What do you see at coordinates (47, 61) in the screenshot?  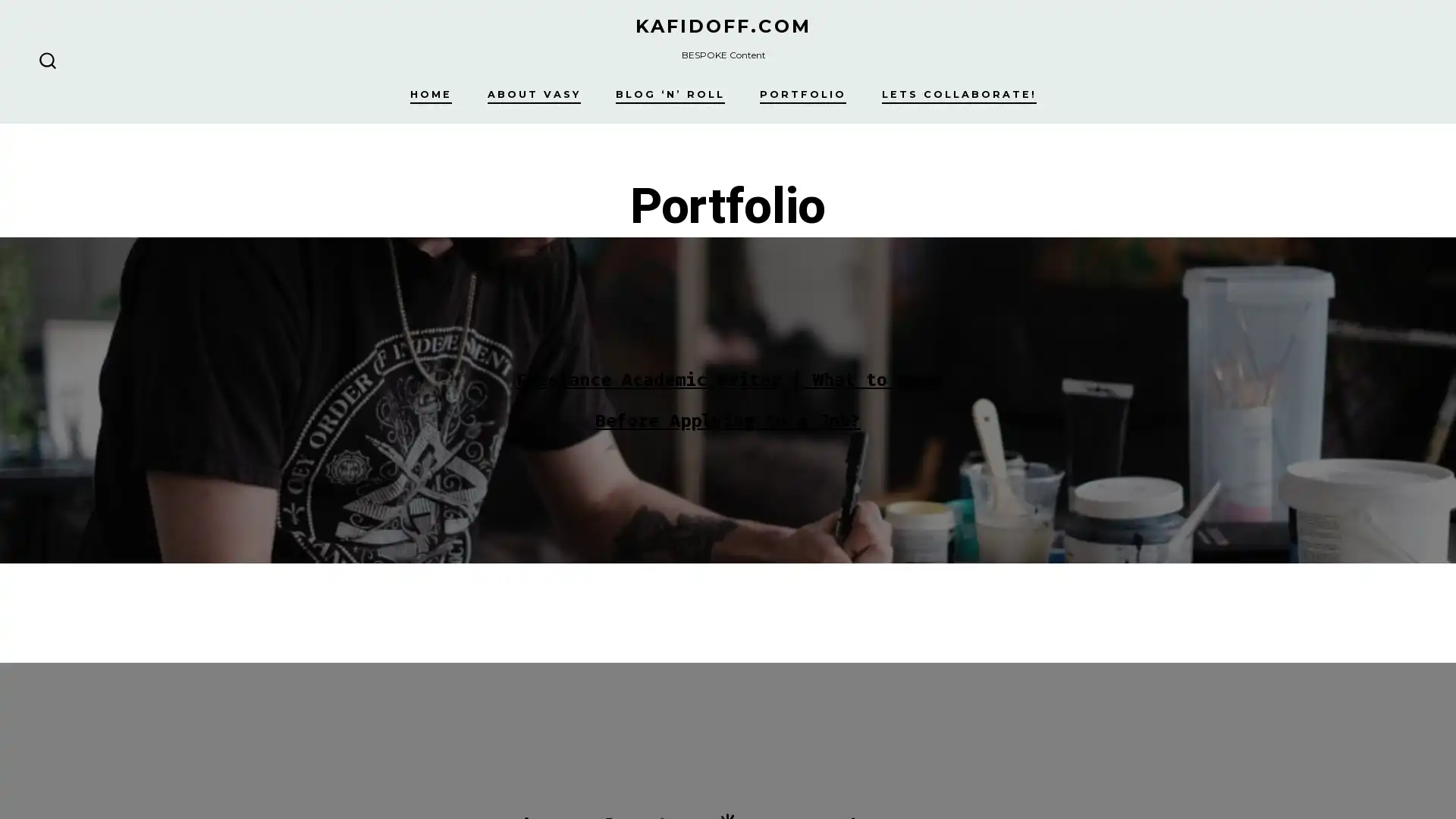 I see `SEARCH TOGGLE` at bounding box center [47, 61].